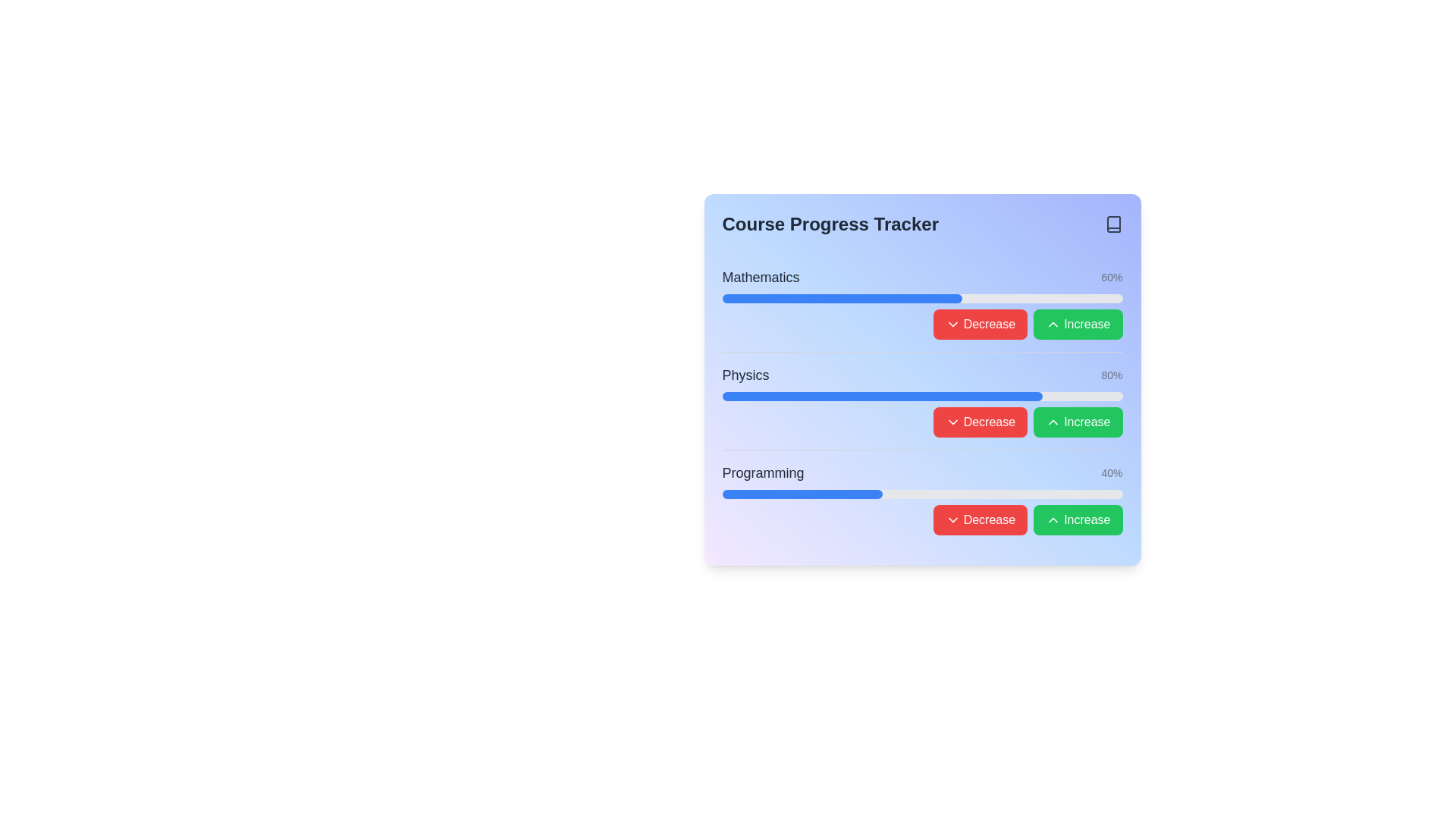  What do you see at coordinates (980, 324) in the screenshot?
I see `the decrease button located to the left of the 'Increase' button in the 'Mathematics' task group` at bounding box center [980, 324].